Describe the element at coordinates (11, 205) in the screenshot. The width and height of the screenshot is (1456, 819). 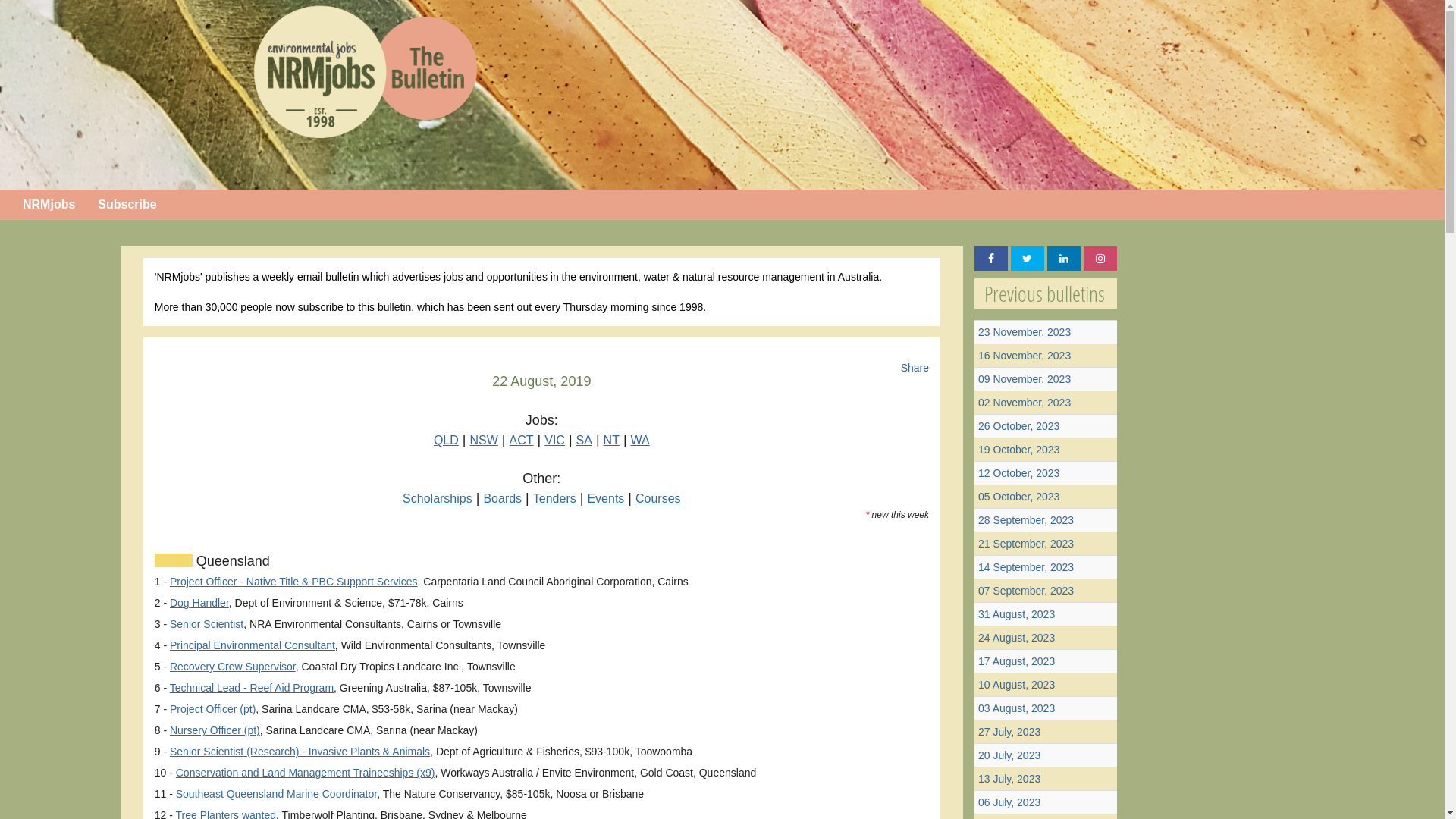
I see `'NRMjobs'` at that location.